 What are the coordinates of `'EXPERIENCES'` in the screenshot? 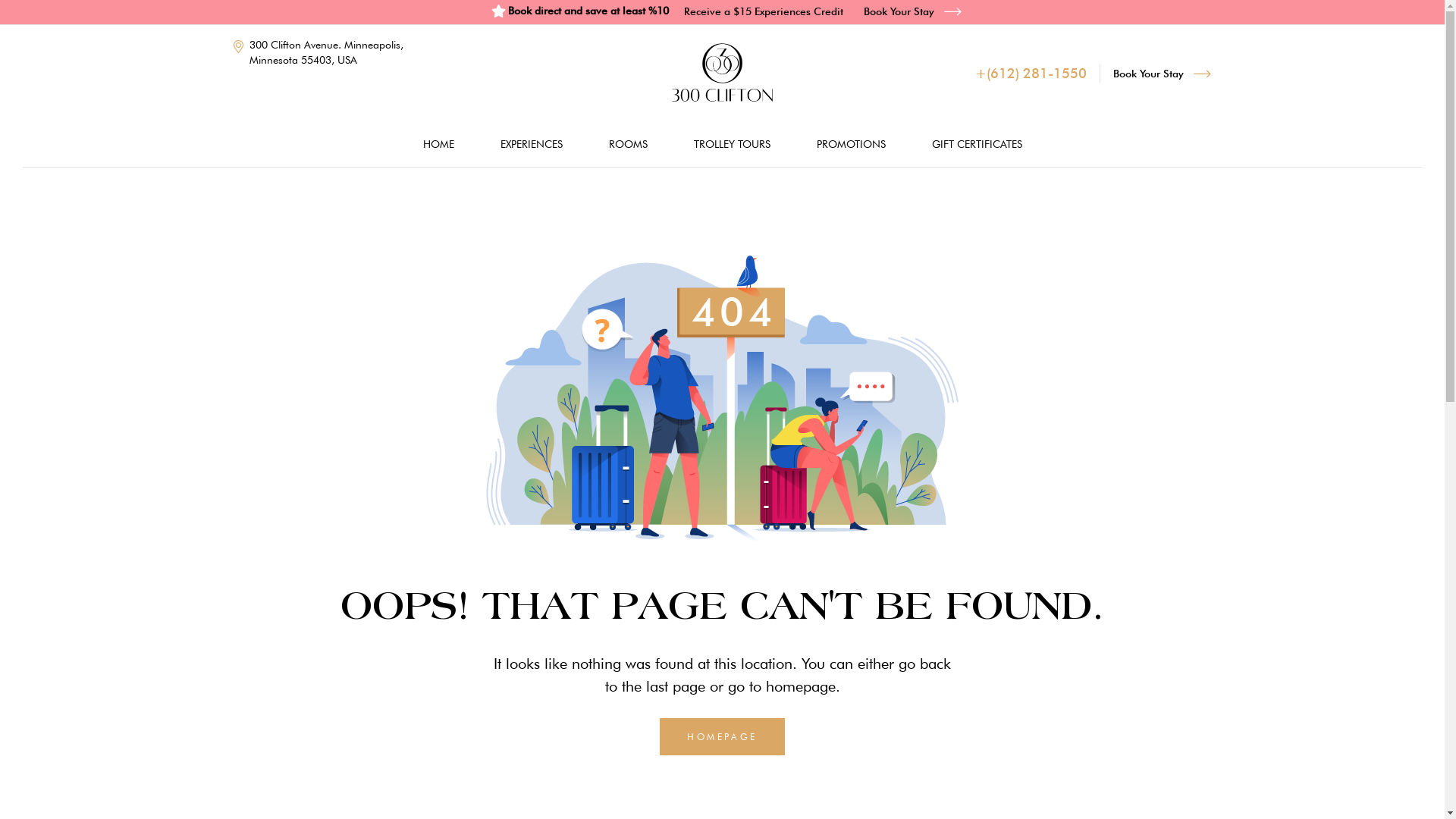 It's located at (531, 143).